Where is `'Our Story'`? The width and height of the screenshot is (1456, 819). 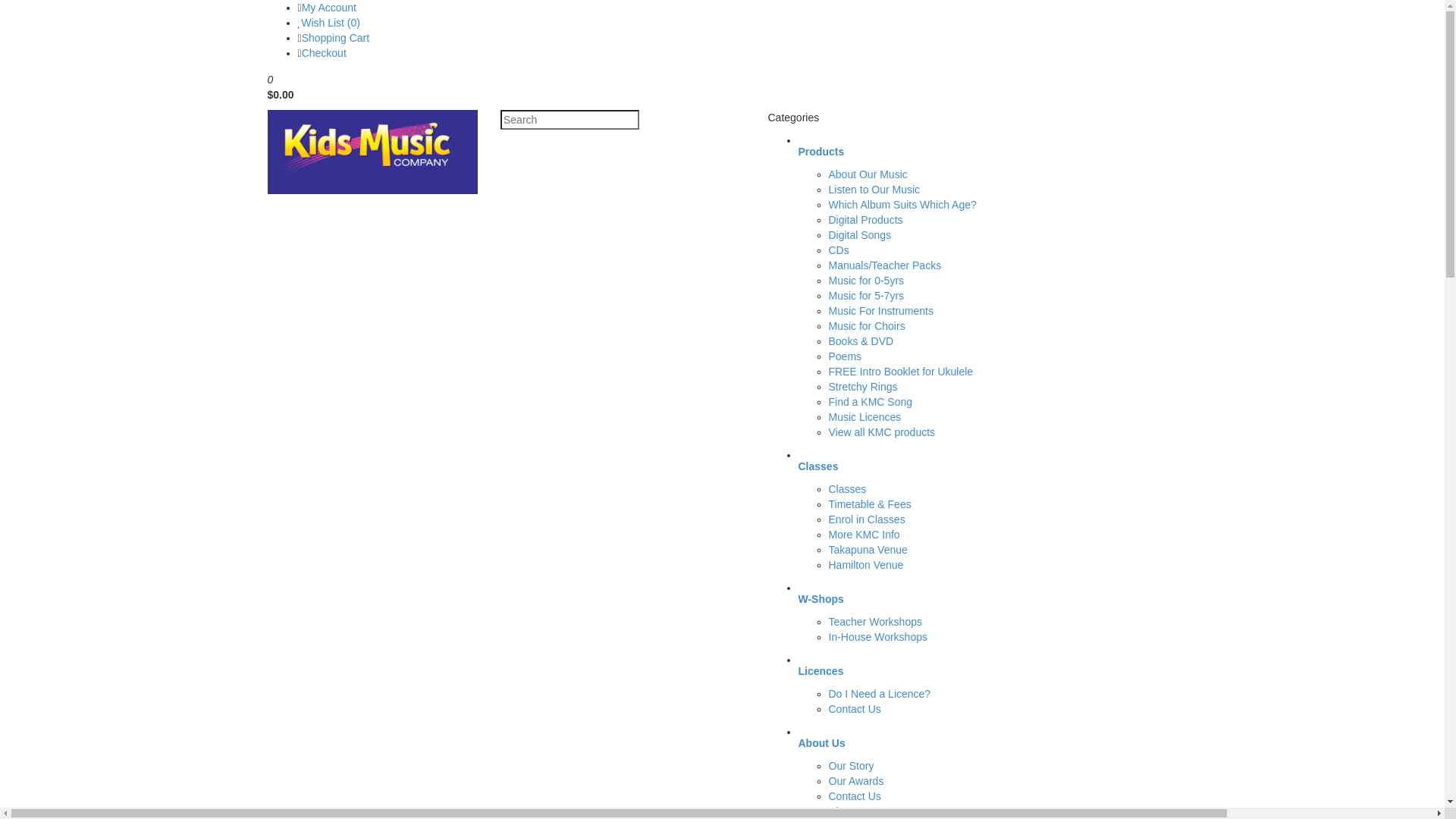 'Our Story' is located at coordinates (851, 766).